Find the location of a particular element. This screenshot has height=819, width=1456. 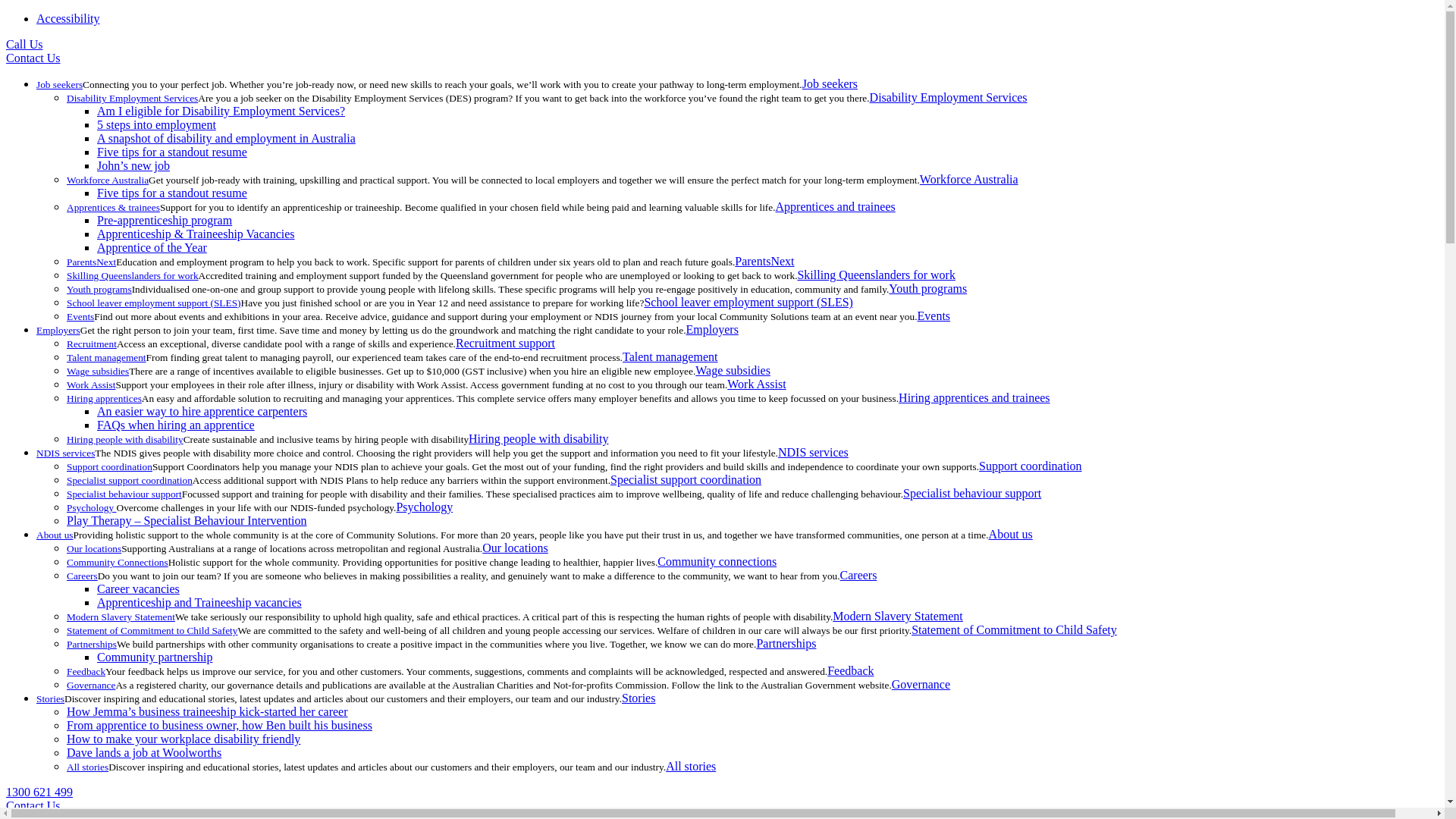

'1300 621 499' is located at coordinates (39, 791).